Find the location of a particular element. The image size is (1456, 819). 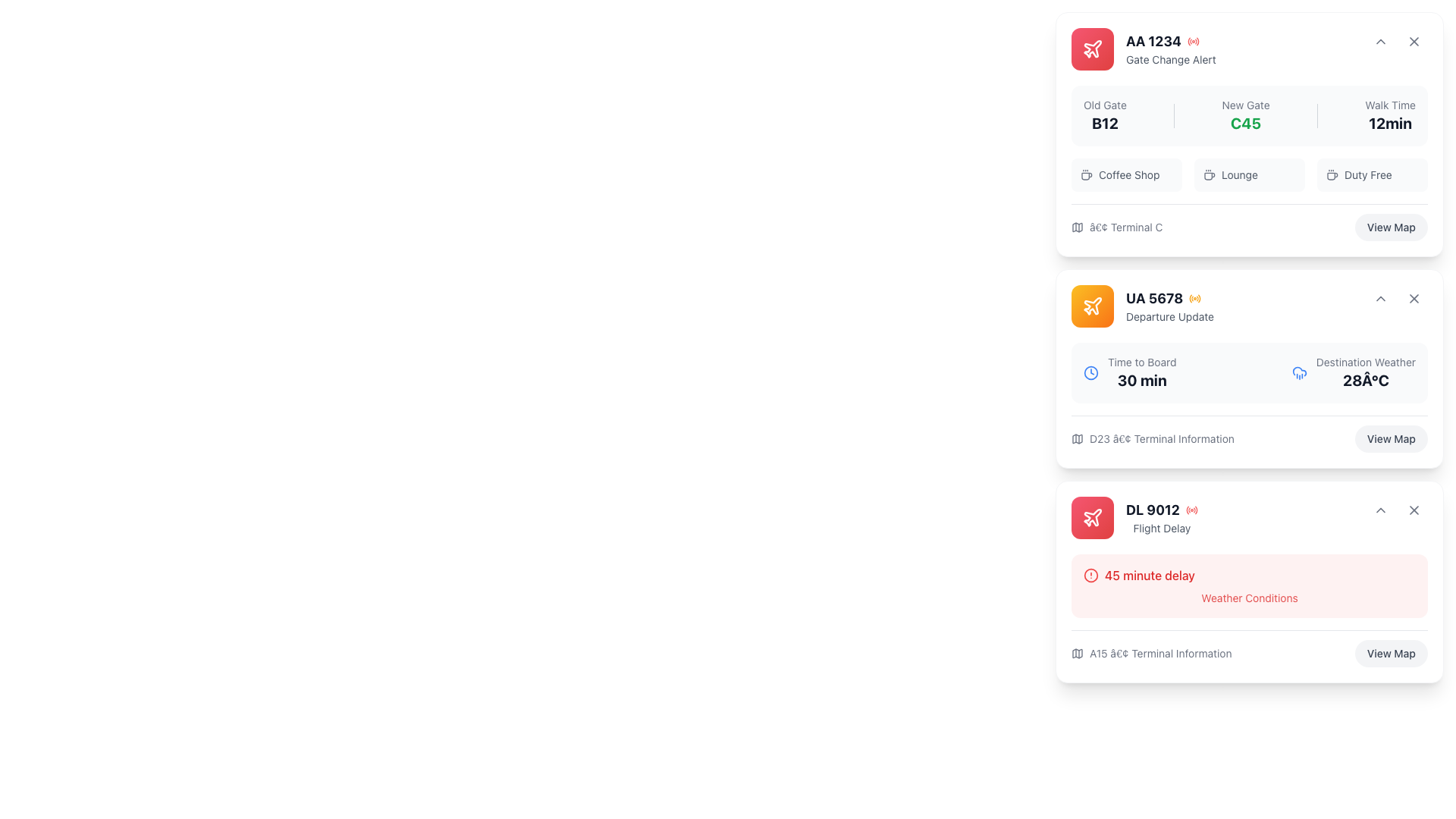

the flight details card displaying information including departure updates and terminal information, which is located below the 'AA 1234' card in the vertical list is located at coordinates (1249, 369).